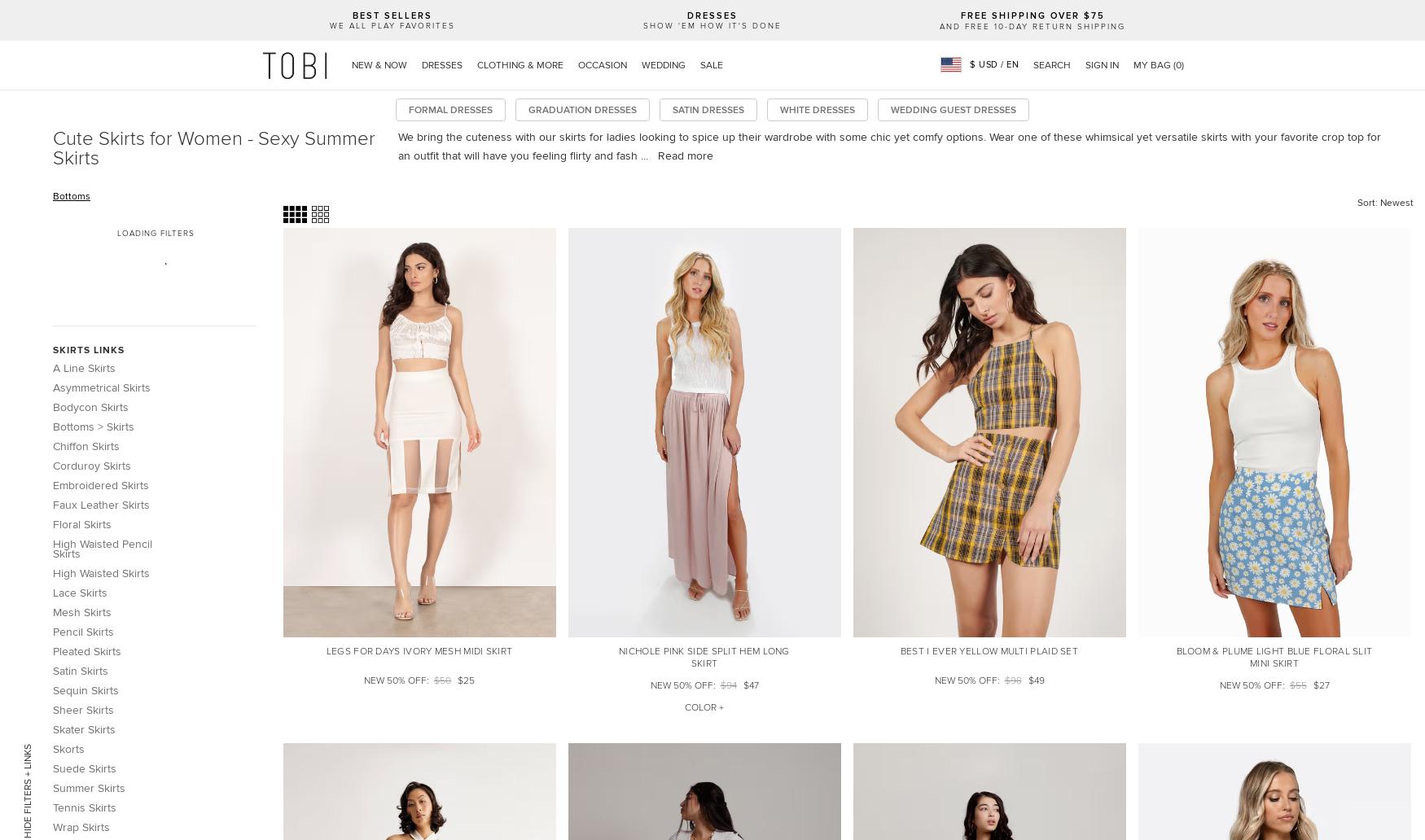 This screenshot has height=840, width=1425. I want to click on '$27', so click(1321, 685).